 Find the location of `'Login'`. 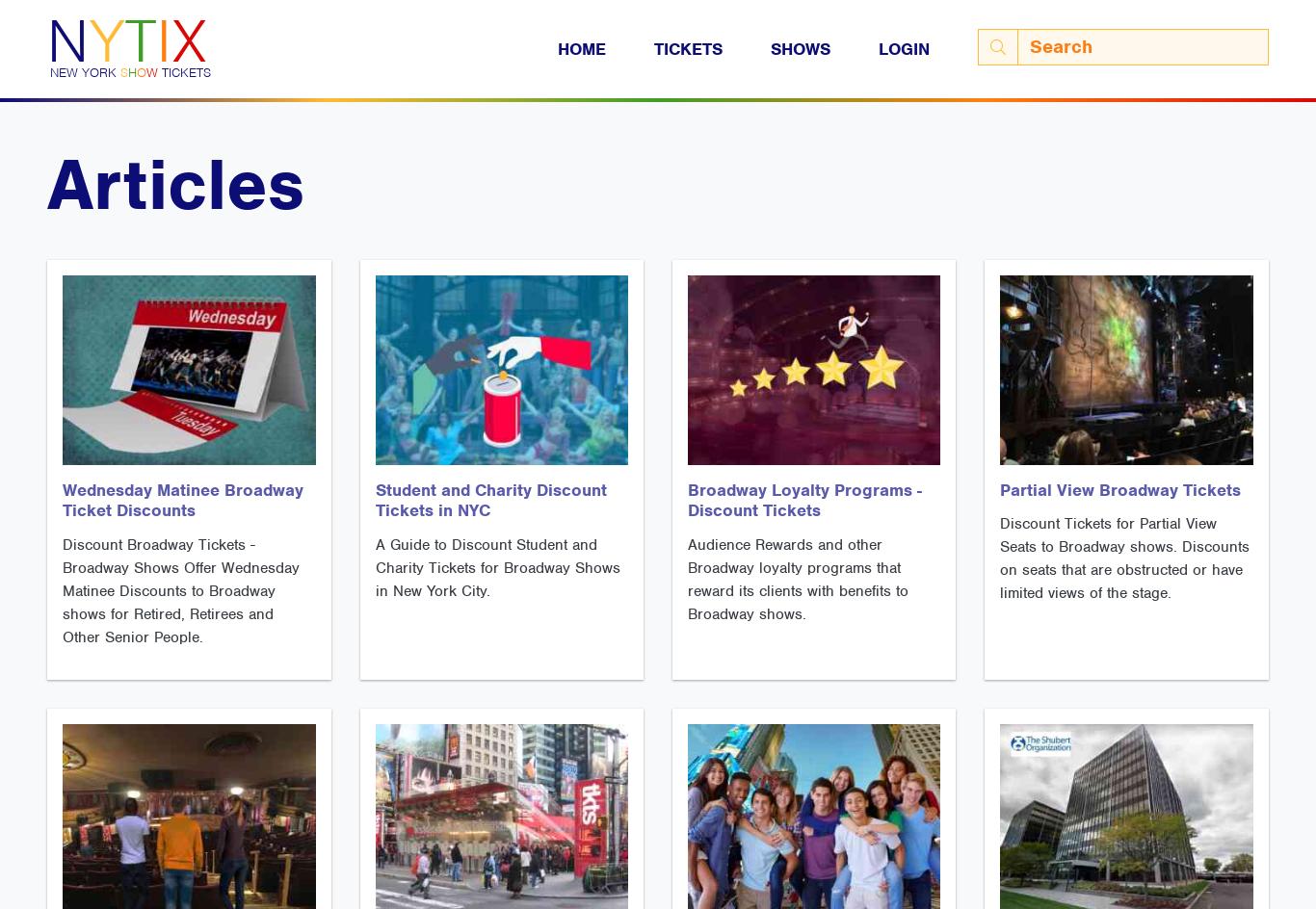

'Login' is located at coordinates (903, 48).